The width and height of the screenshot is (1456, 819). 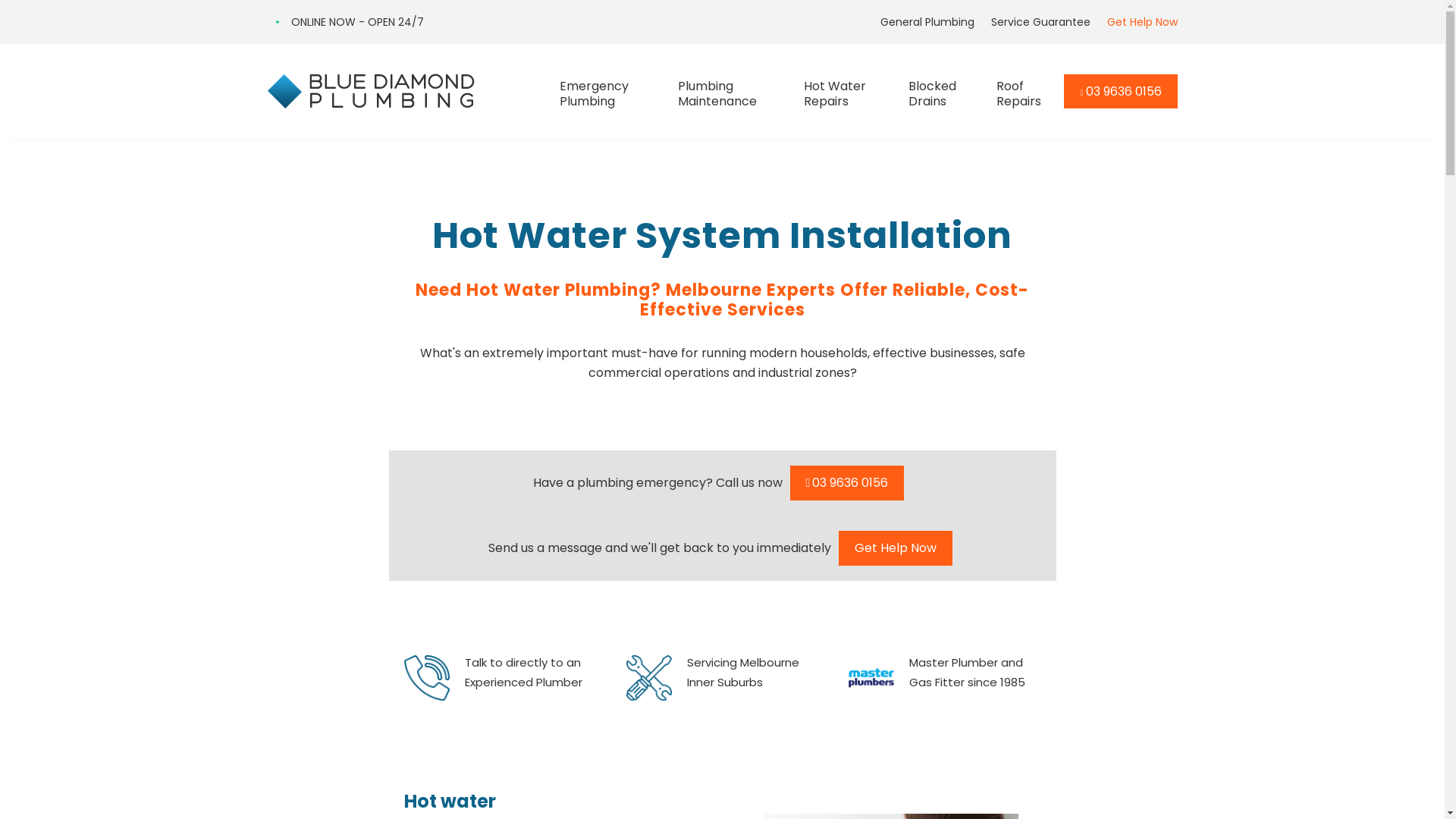 What do you see at coordinates (1120, 91) in the screenshot?
I see `'03 9636 0156'` at bounding box center [1120, 91].